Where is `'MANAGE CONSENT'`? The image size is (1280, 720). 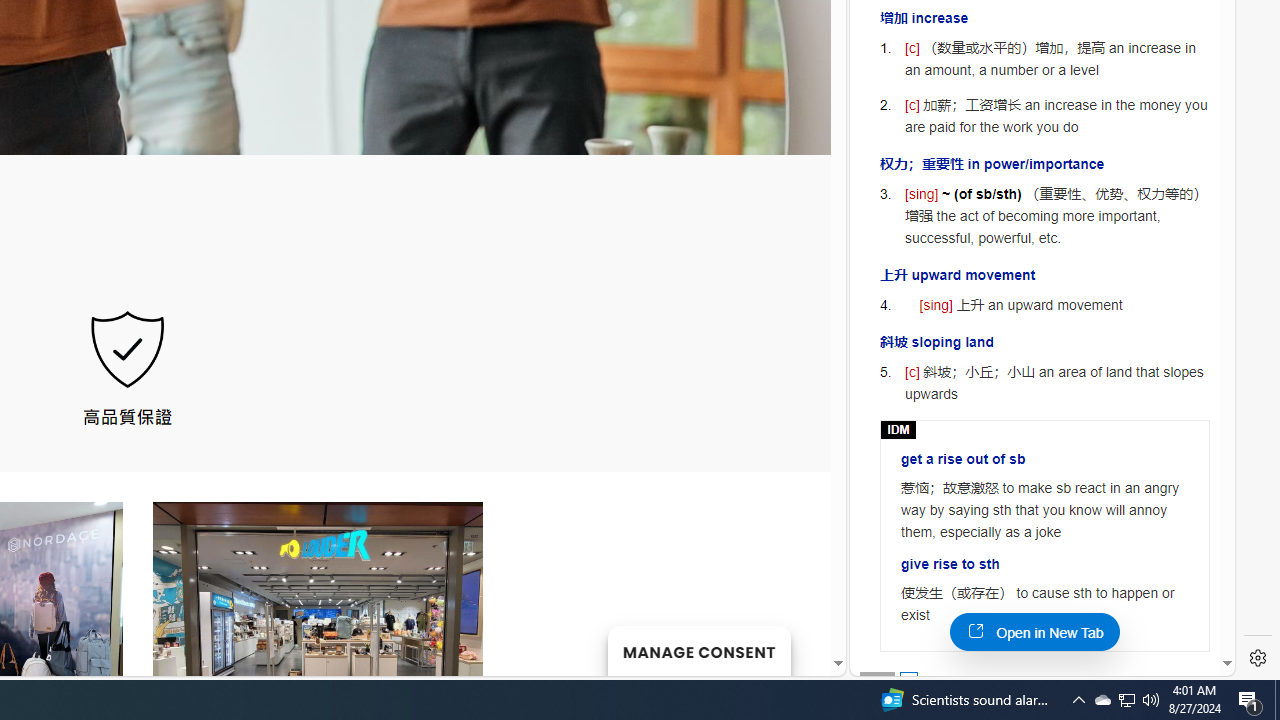
'MANAGE CONSENT' is located at coordinates (698, 650).